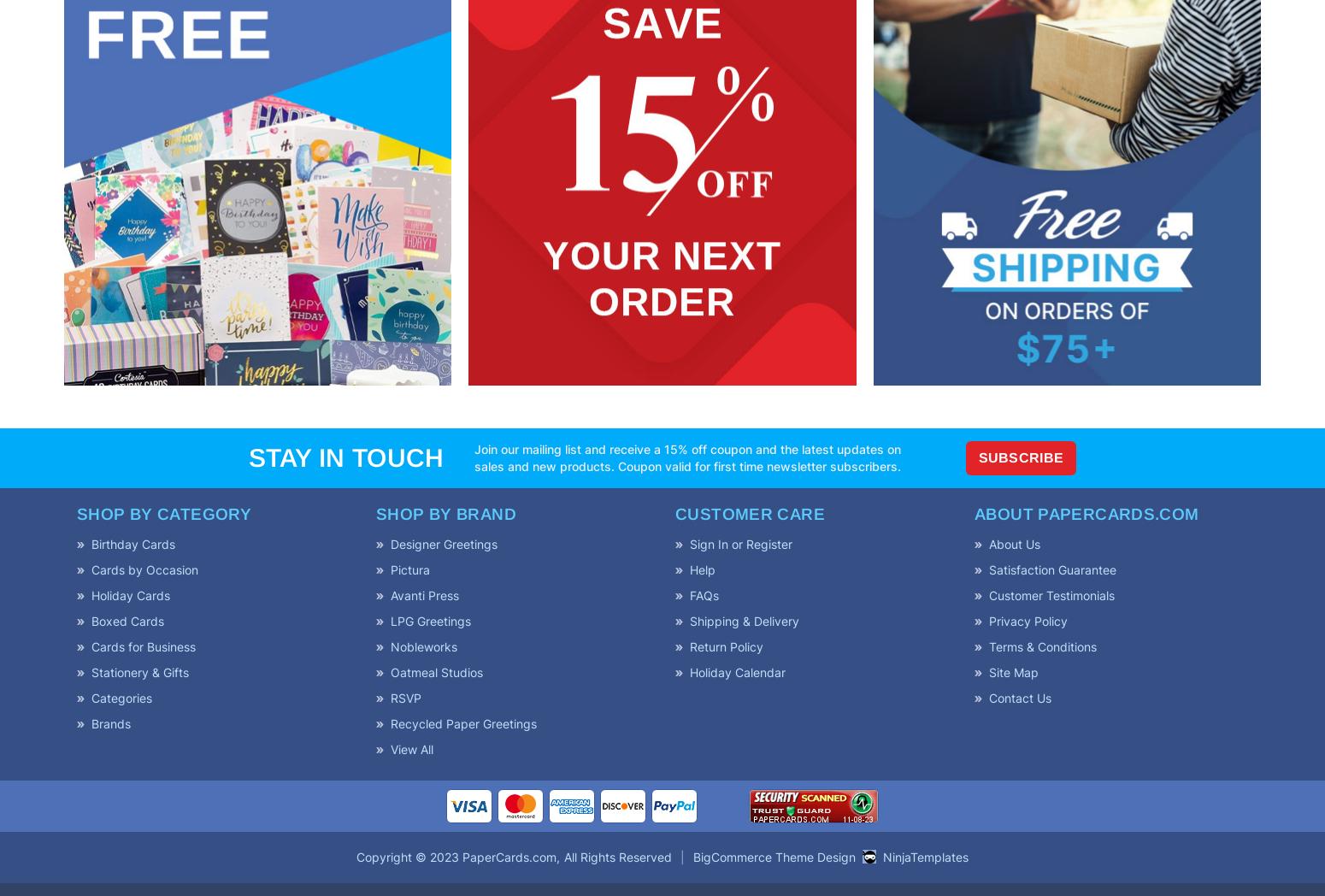  I want to click on 'Categories', so click(121, 696).